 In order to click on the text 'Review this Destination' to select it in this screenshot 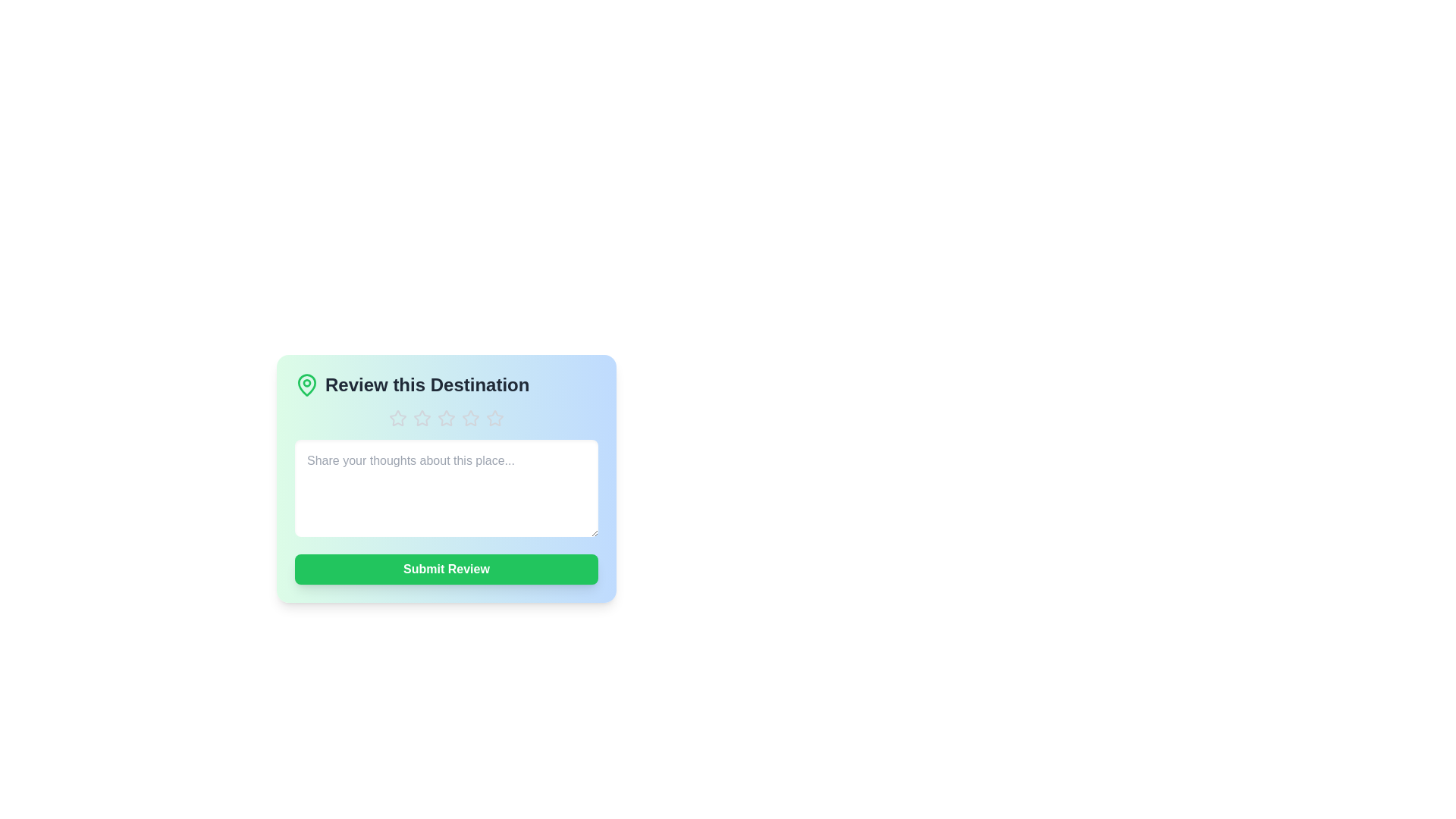, I will do `click(426, 384)`.